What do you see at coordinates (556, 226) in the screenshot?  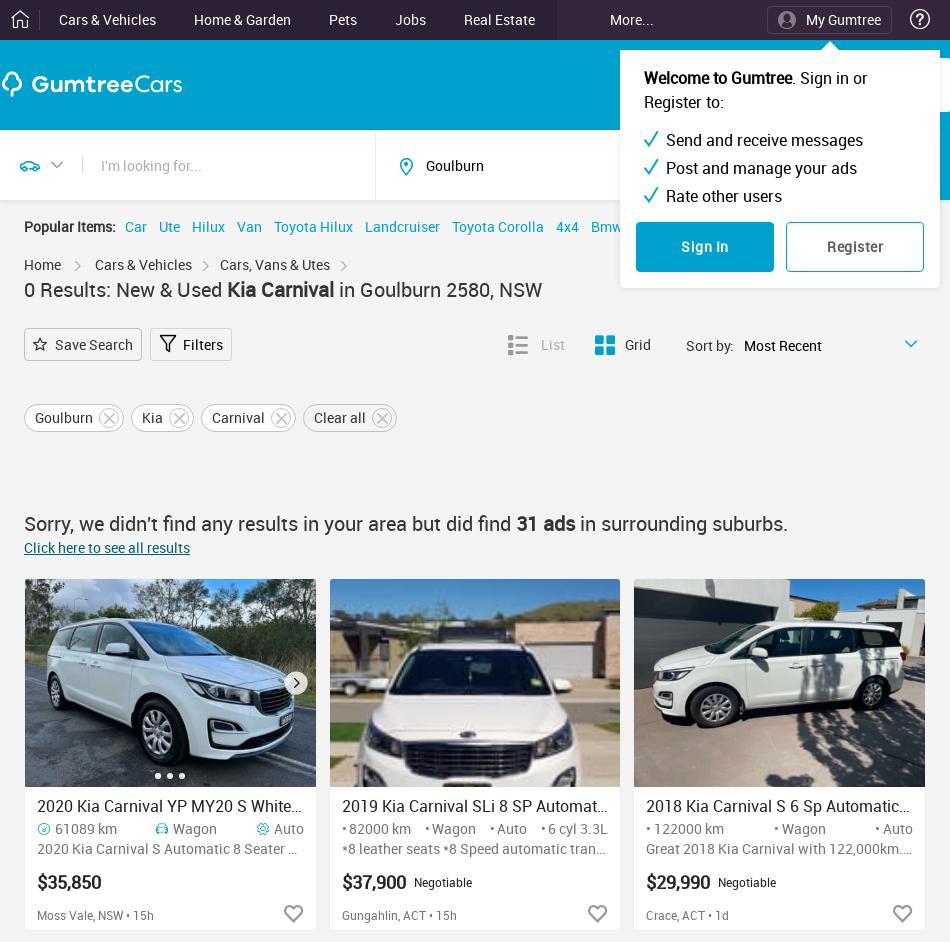 I see `'4x4'` at bounding box center [556, 226].